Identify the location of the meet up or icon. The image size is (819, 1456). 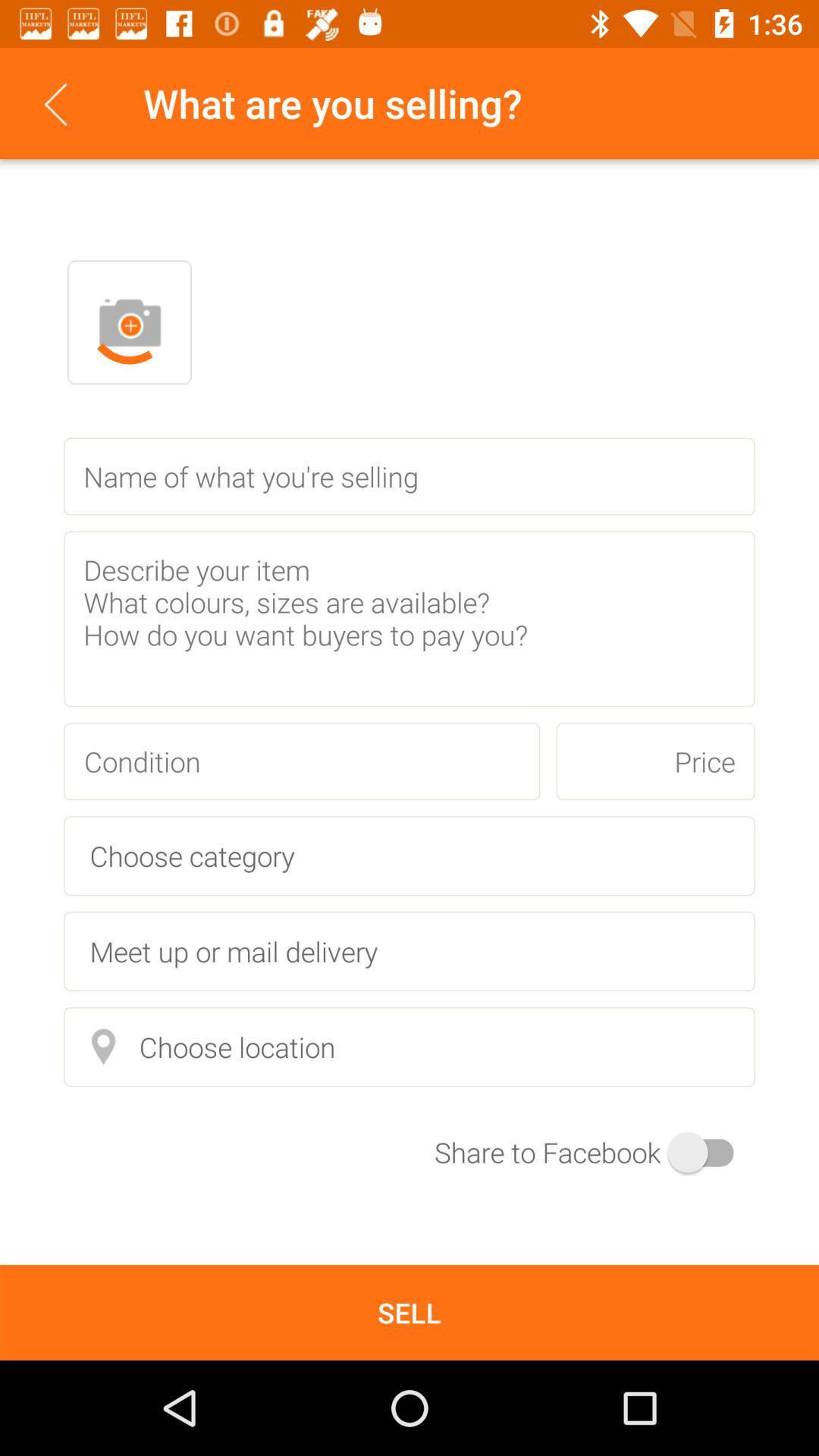
(409, 950).